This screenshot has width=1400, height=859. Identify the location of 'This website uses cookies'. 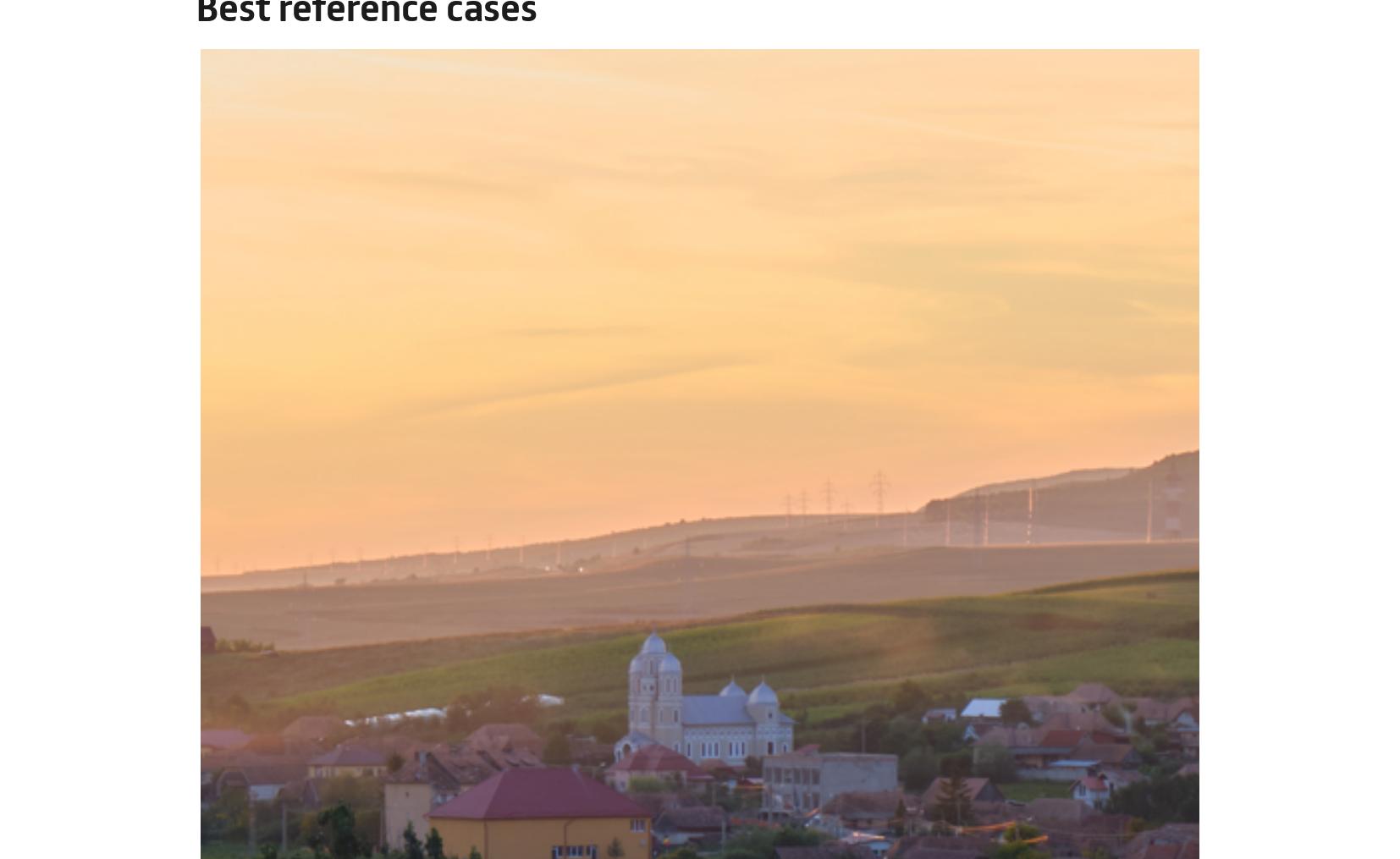
(345, 636).